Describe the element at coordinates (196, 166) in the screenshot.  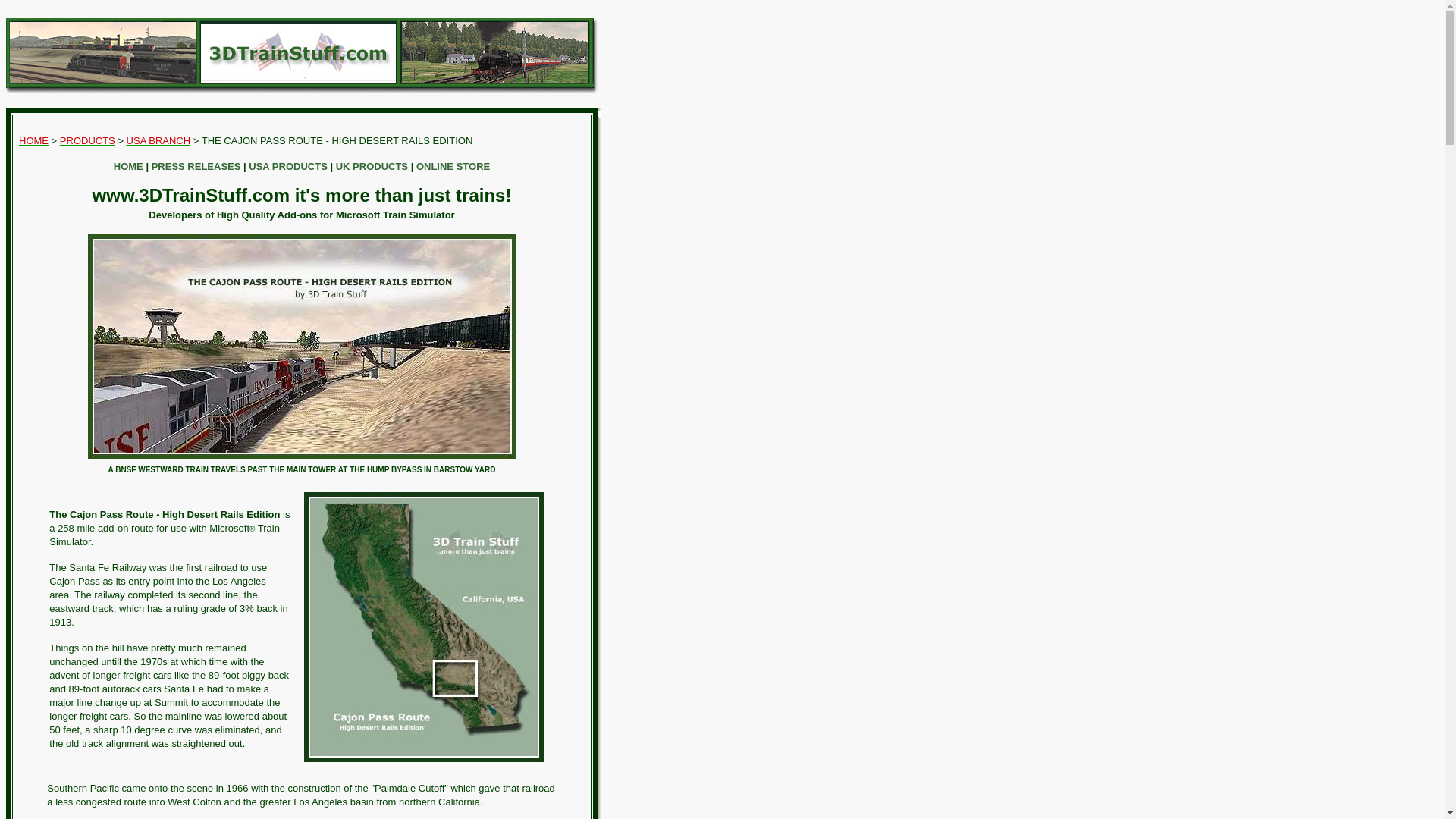
I see `'PRESS RELEASES'` at that location.